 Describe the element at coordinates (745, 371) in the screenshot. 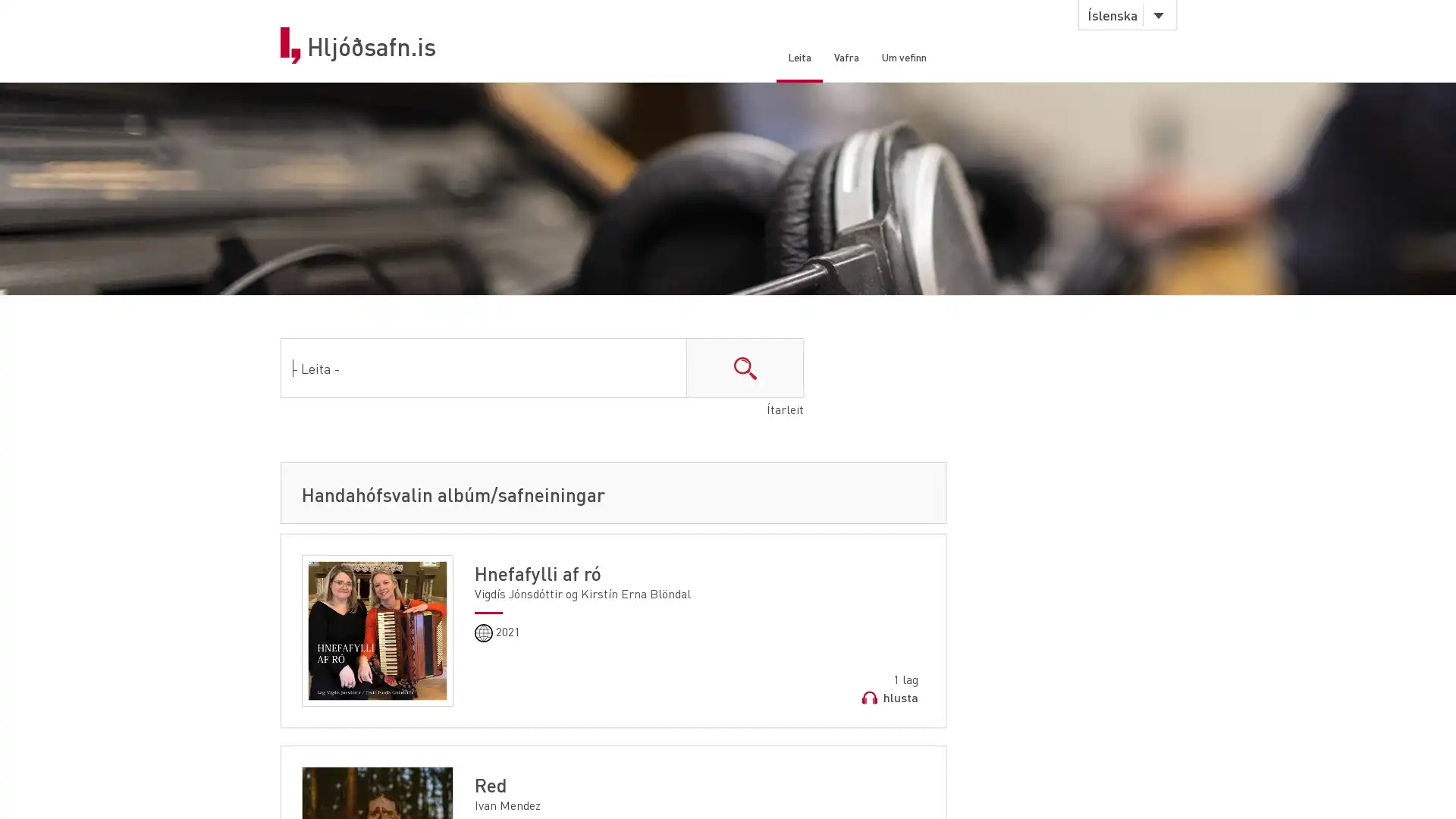

I see `search` at that location.